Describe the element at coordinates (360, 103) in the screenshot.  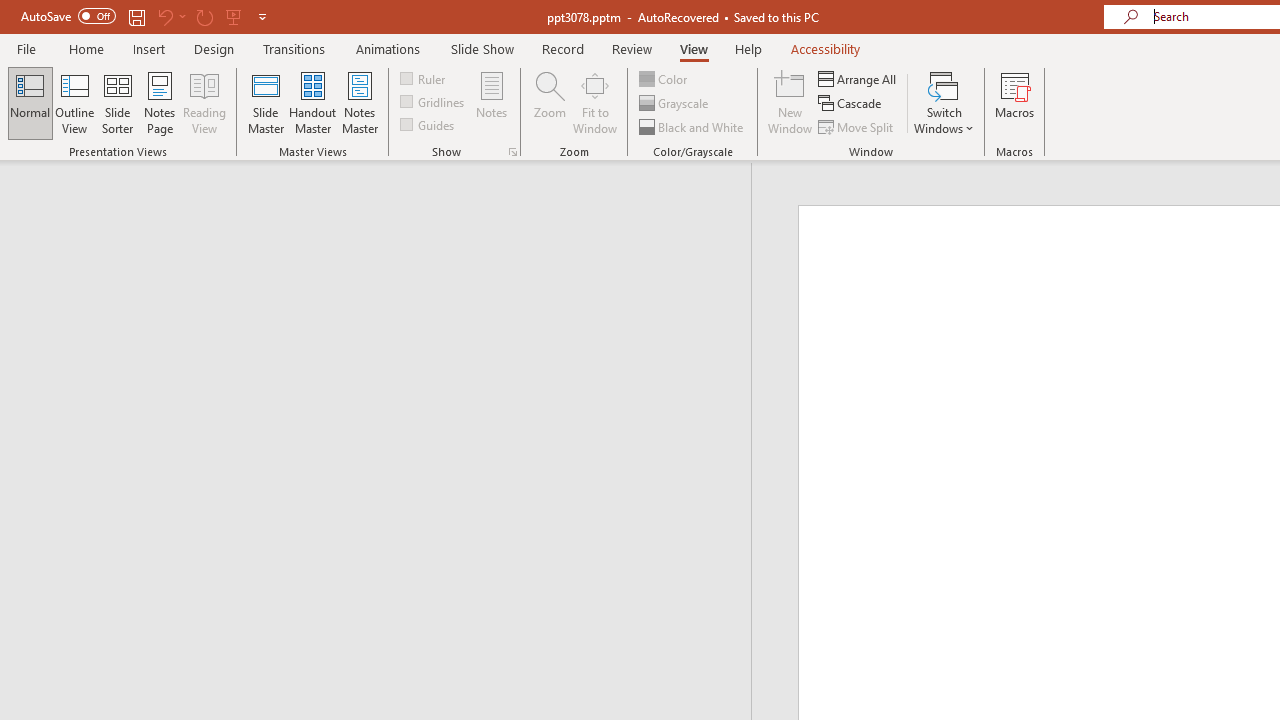
I see `'Notes Master'` at that location.